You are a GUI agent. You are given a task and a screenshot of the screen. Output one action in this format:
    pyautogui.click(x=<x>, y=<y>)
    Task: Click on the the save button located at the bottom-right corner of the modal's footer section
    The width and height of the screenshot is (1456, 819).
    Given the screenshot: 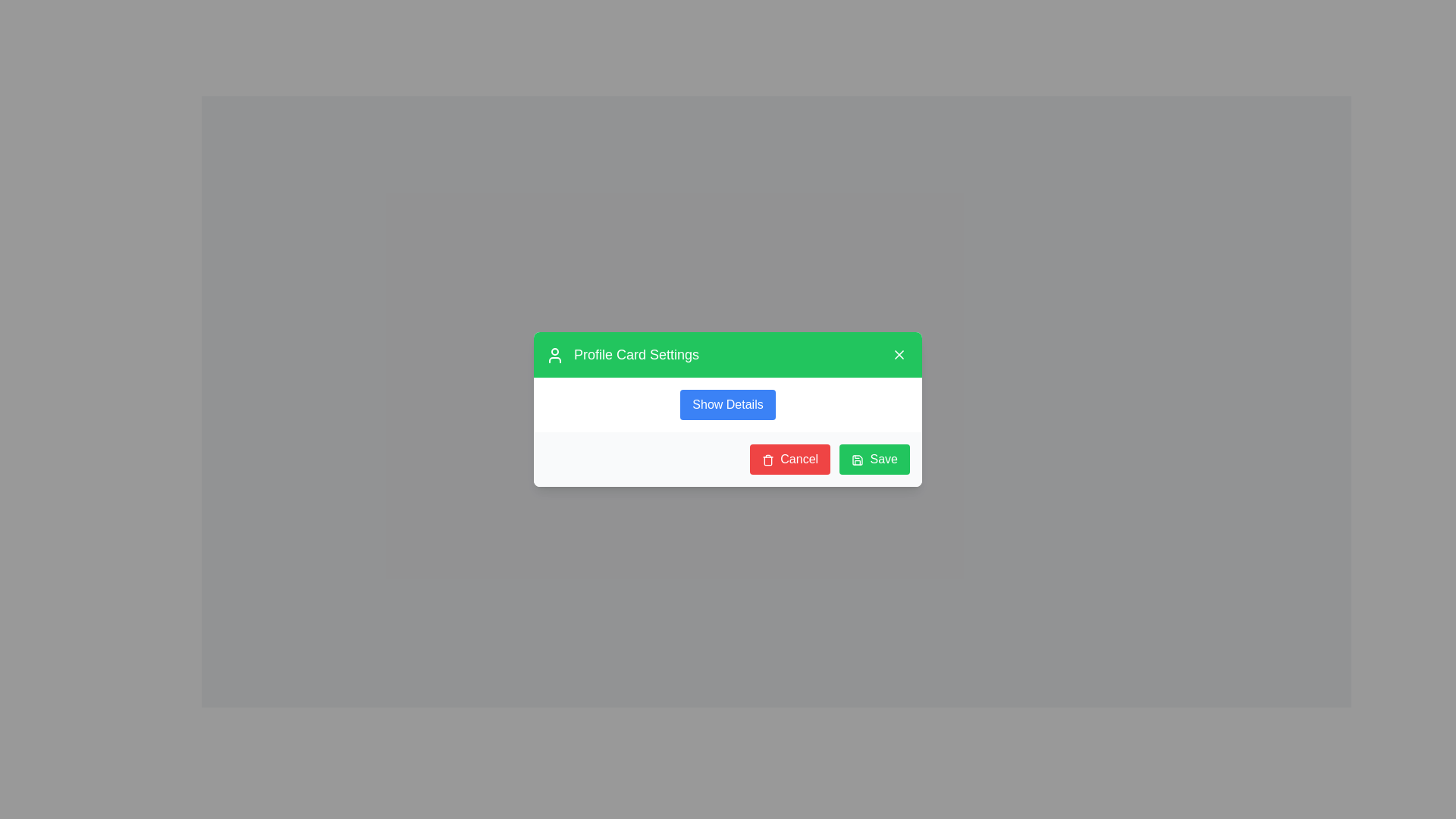 What is the action you would take?
    pyautogui.click(x=874, y=458)
    